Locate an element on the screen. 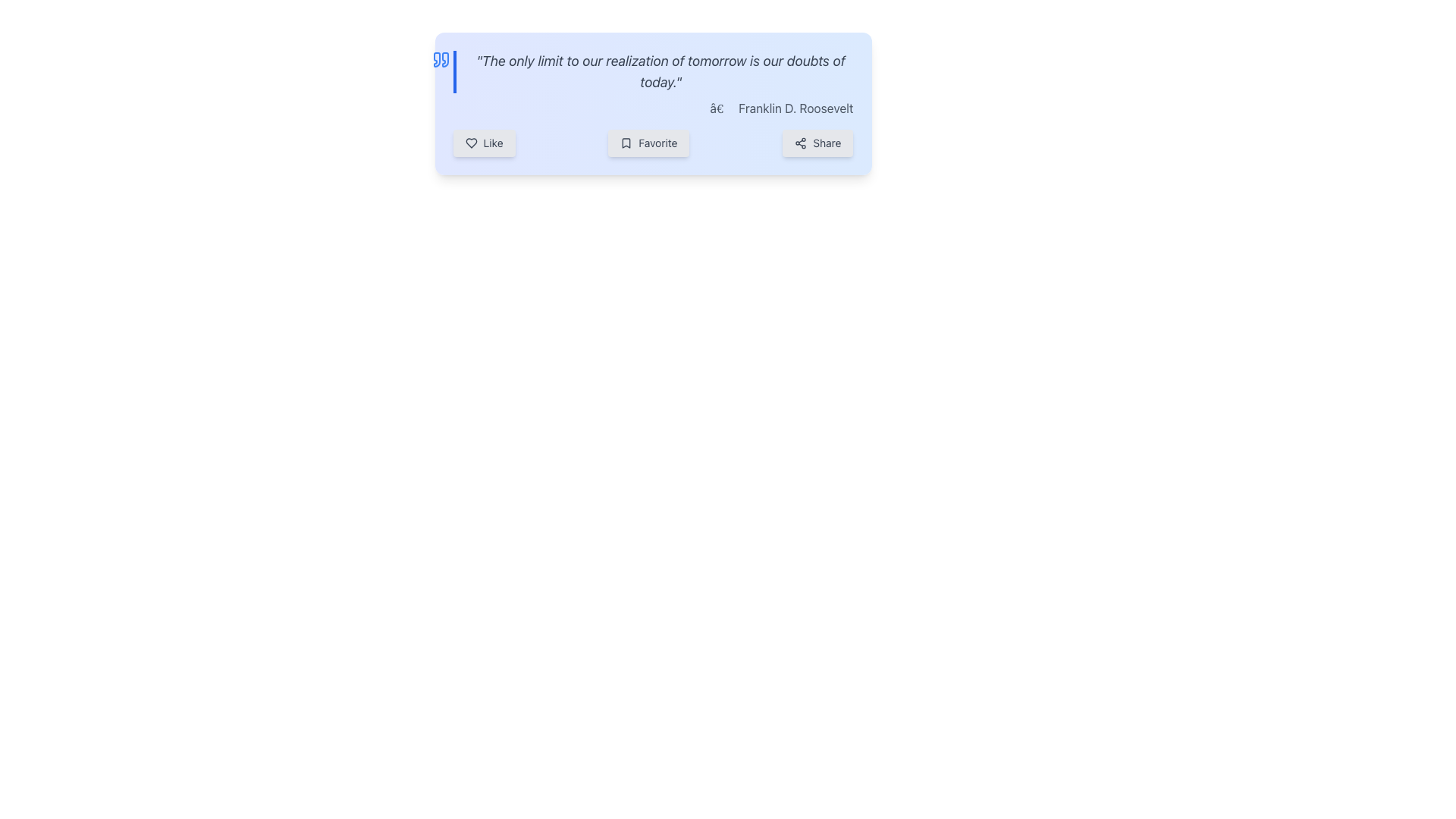  the 'Share' button by clicking on the icon located in the top-right corner of the interface, which serves as a visual representation for the 'Share' functionality is located at coordinates (800, 143).